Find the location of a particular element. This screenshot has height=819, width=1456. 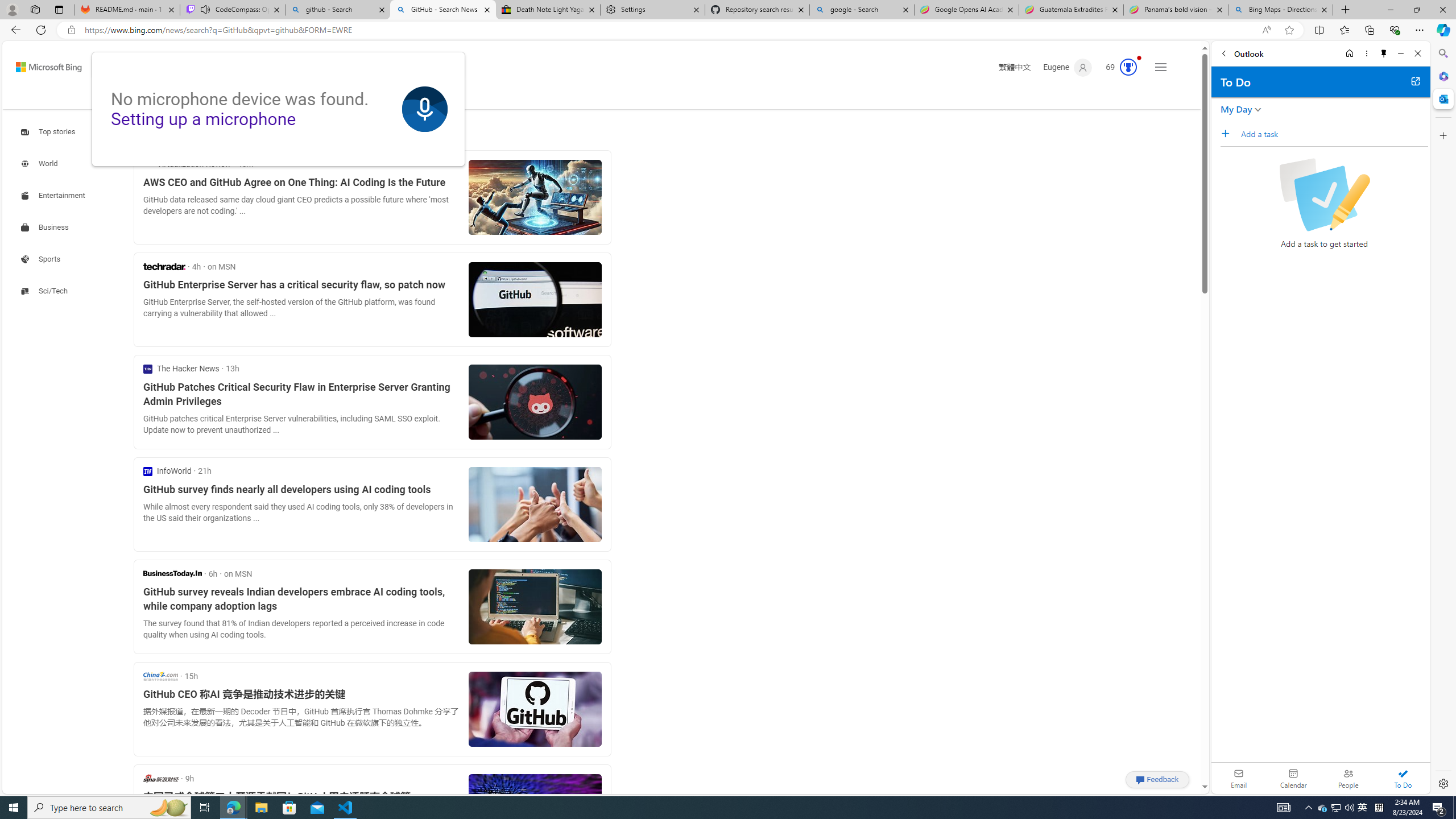

'Search news about Sports' is located at coordinates (42, 259).